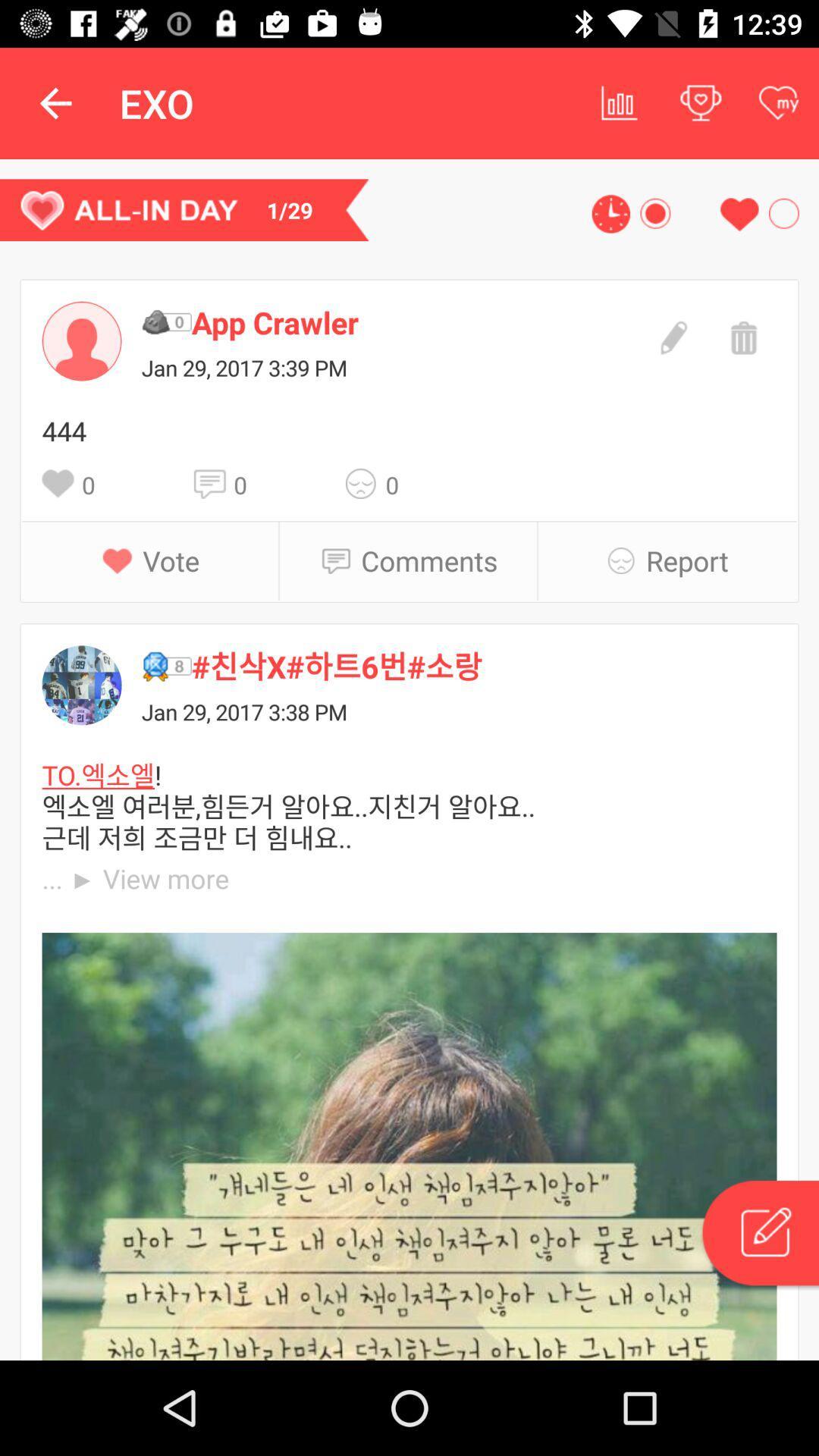 The height and width of the screenshot is (1456, 819). Describe the element at coordinates (759, 1235) in the screenshot. I see `tap to edit or delete` at that location.